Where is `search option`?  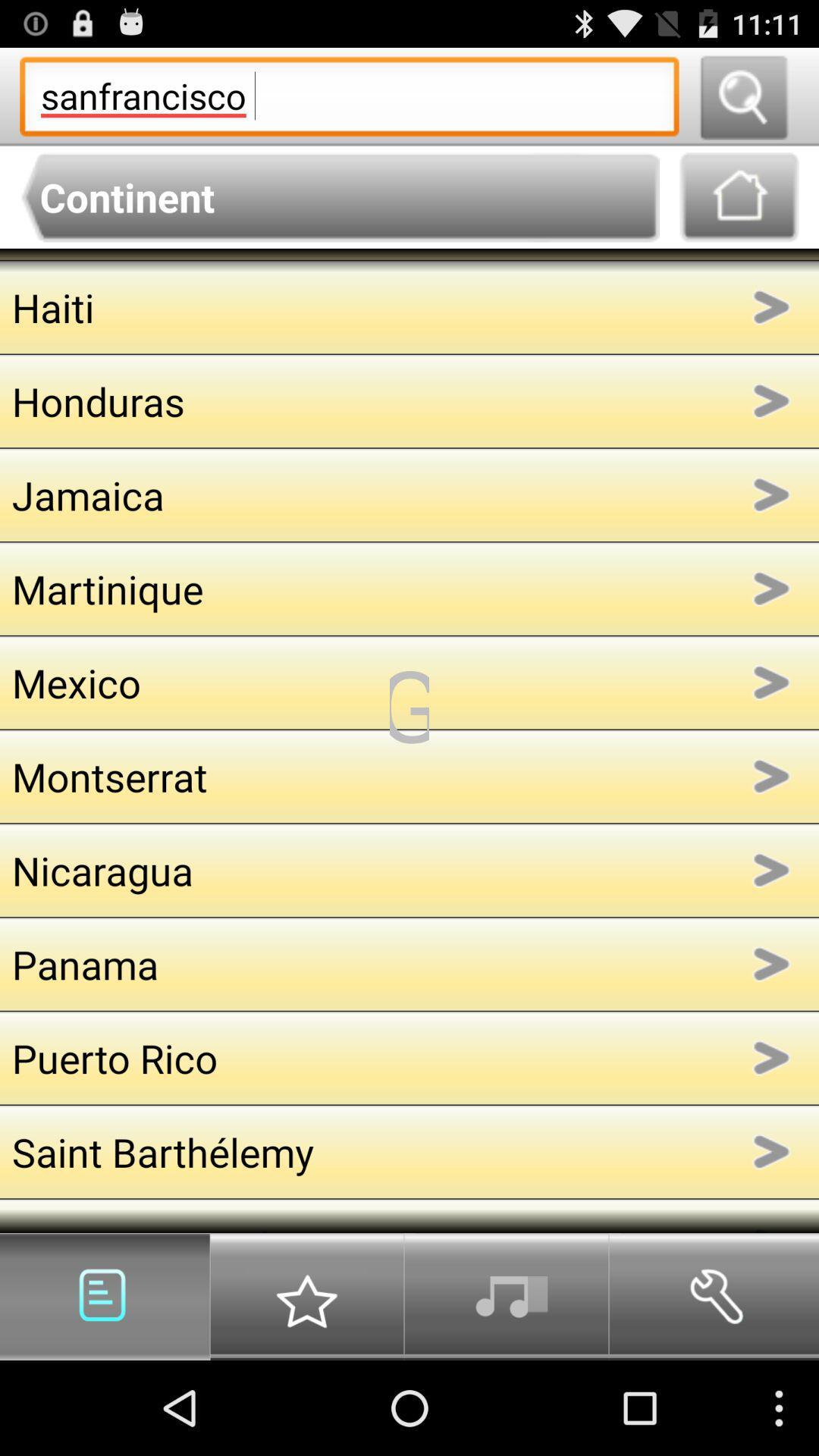 search option is located at coordinates (742, 96).